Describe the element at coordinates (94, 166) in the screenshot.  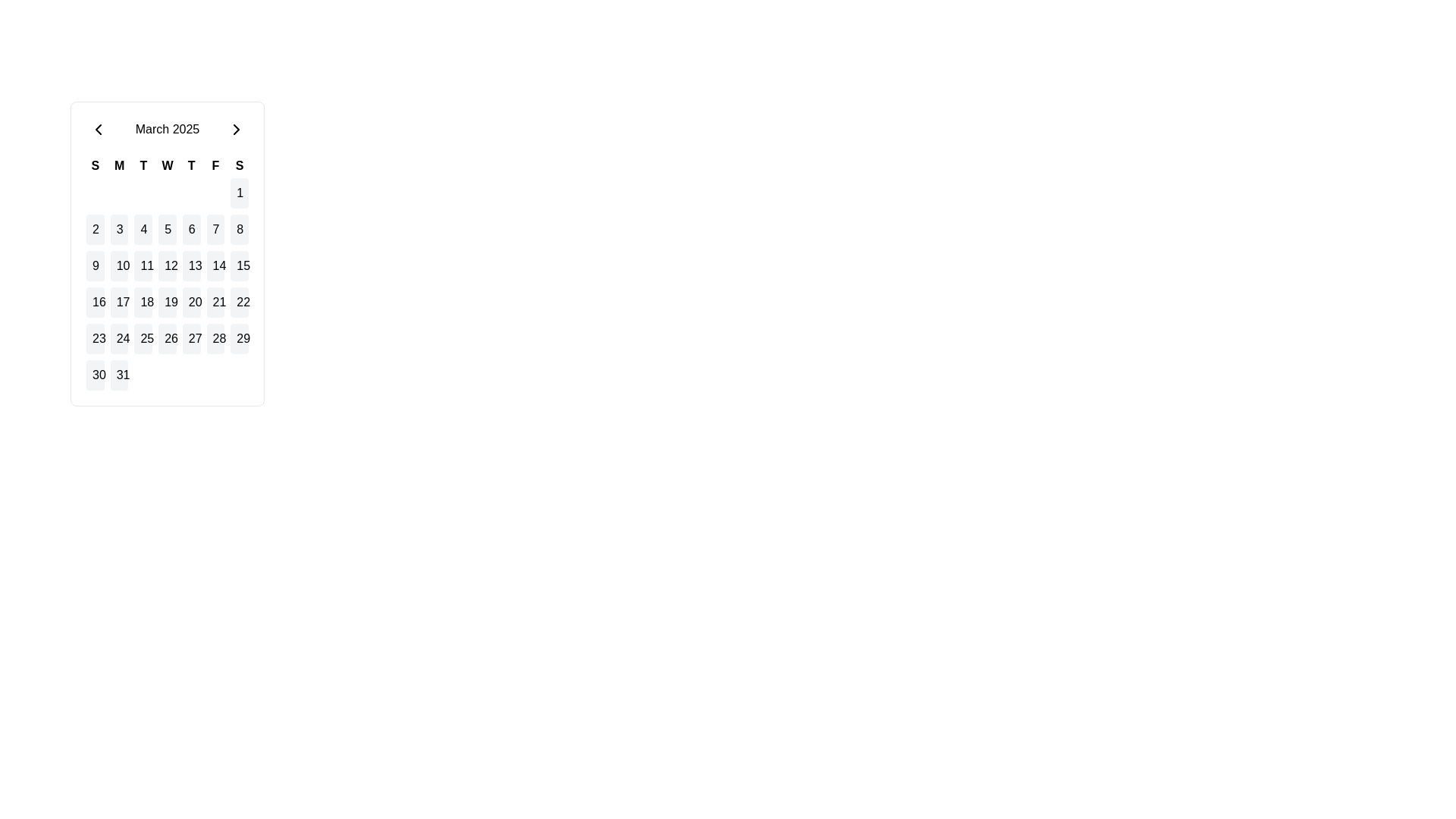
I see `the header for Sundays in the calendar, which is the first element in the row of day initials` at that location.